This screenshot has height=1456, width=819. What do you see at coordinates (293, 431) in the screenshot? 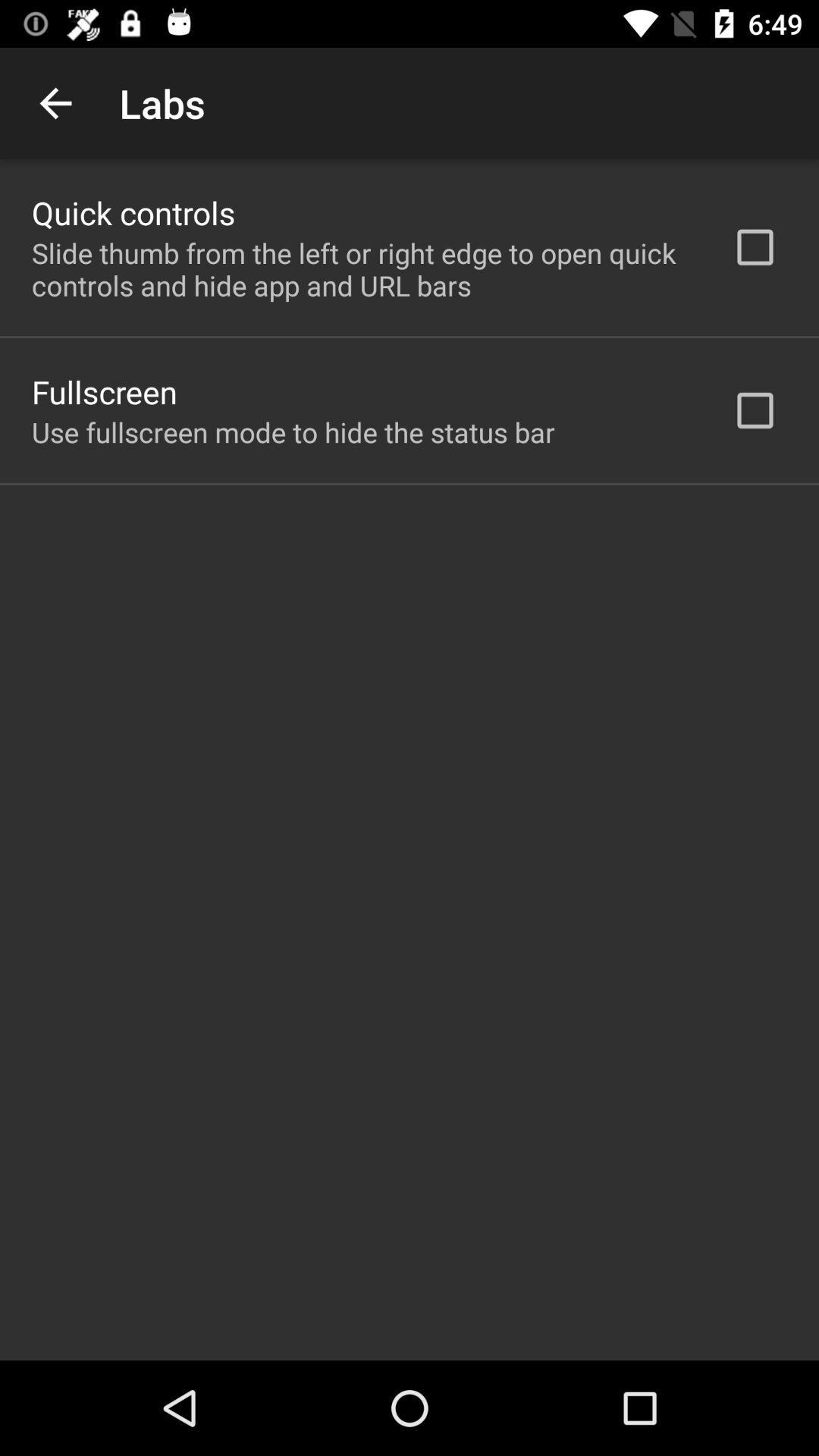
I see `use fullscreen mode app` at bounding box center [293, 431].